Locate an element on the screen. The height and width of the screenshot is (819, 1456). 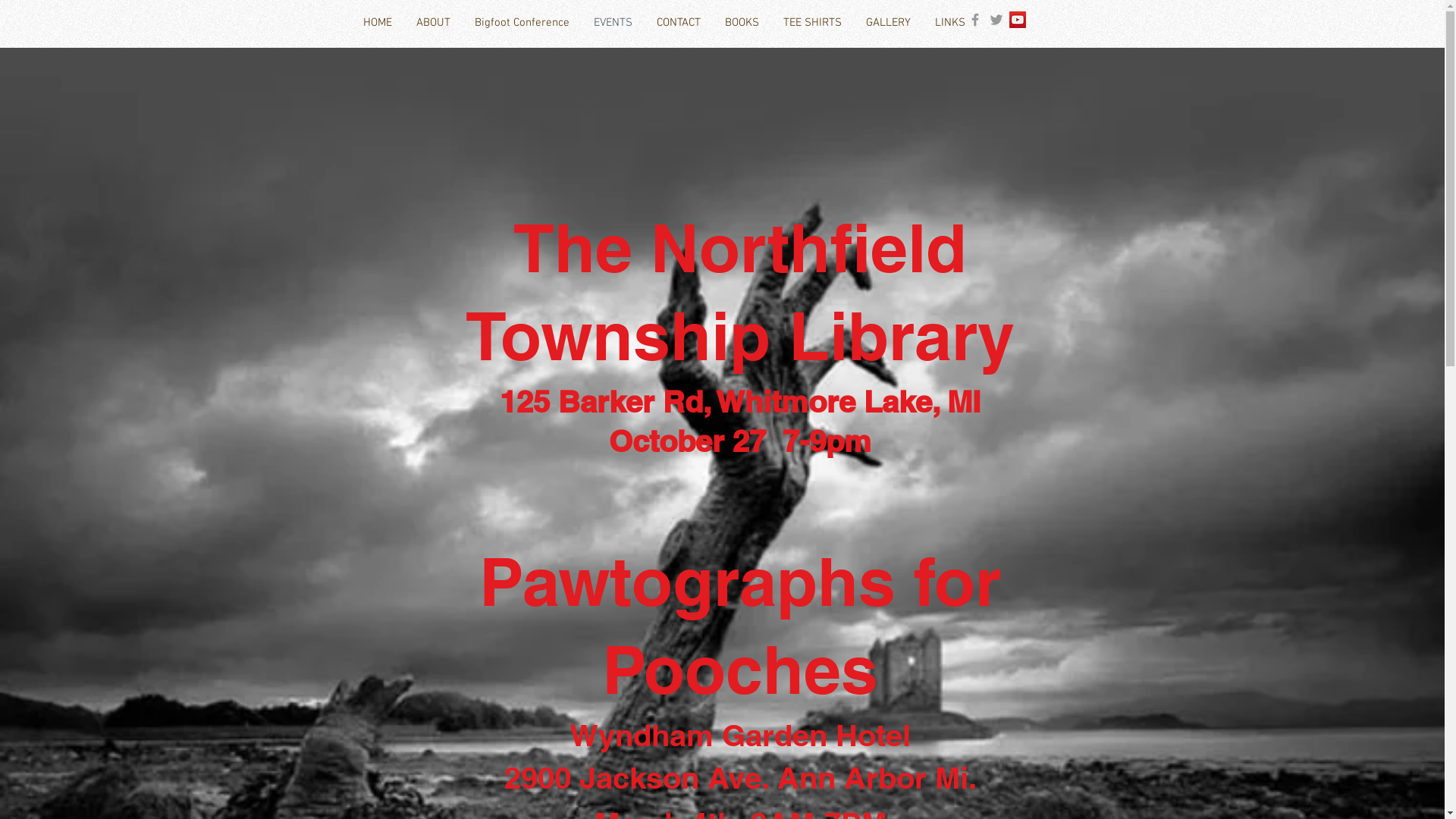
'LINKS' is located at coordinates (949, 23).